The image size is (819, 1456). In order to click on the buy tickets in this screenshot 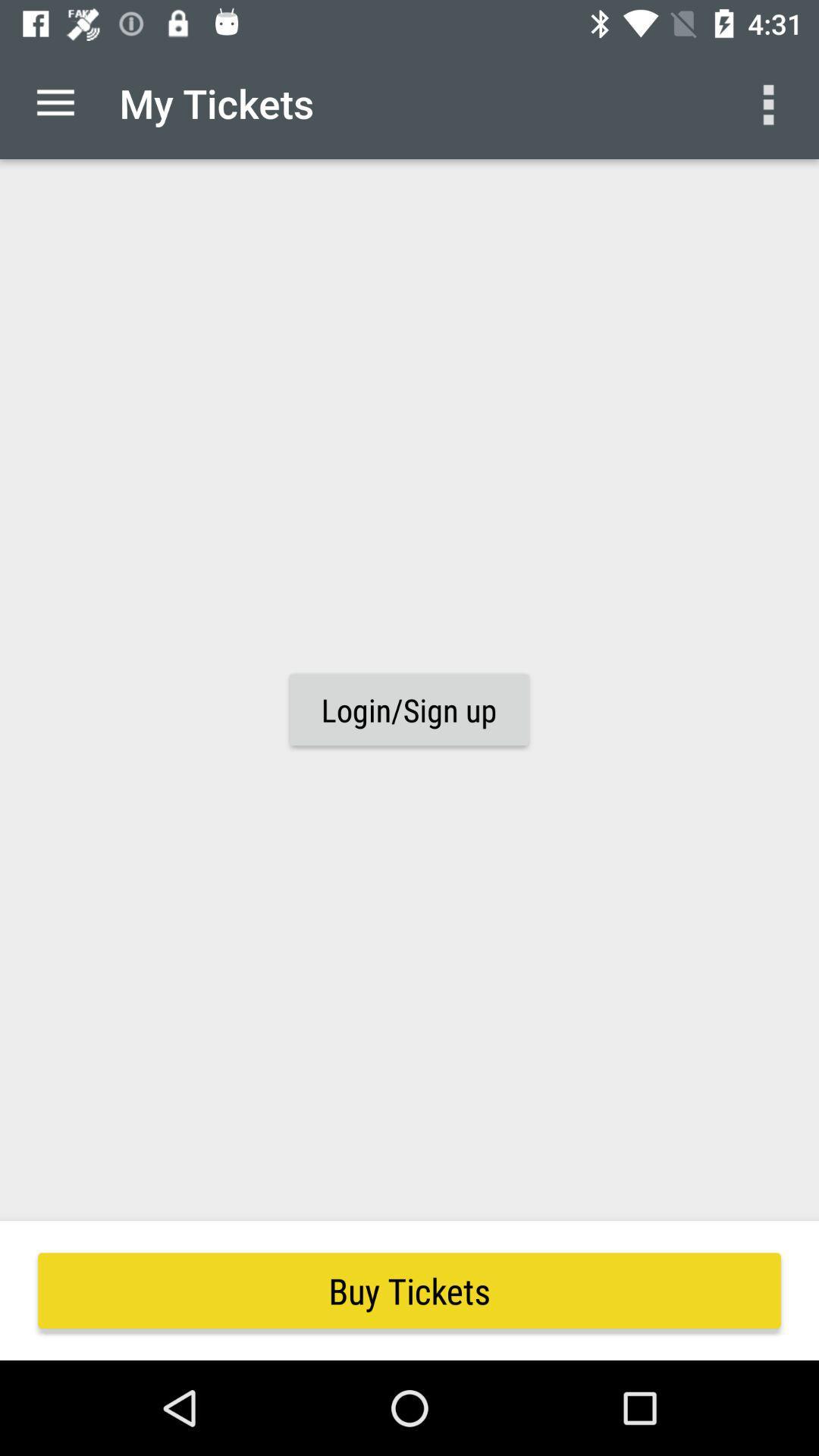, I will do `click(409, 1290)`.